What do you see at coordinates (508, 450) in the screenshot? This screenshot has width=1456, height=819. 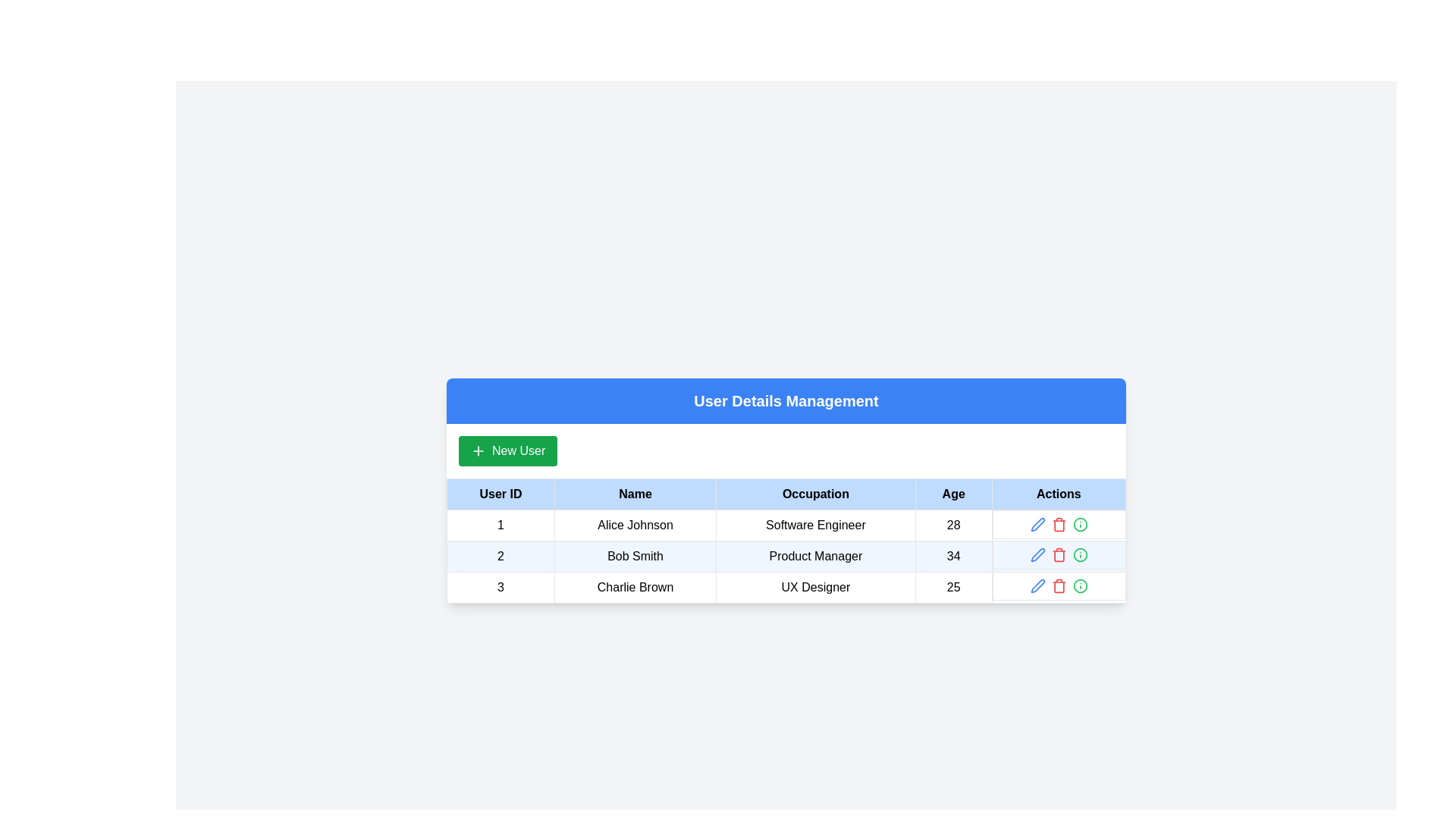 I see `the 'New User' button` at bounding box center [508, 450].